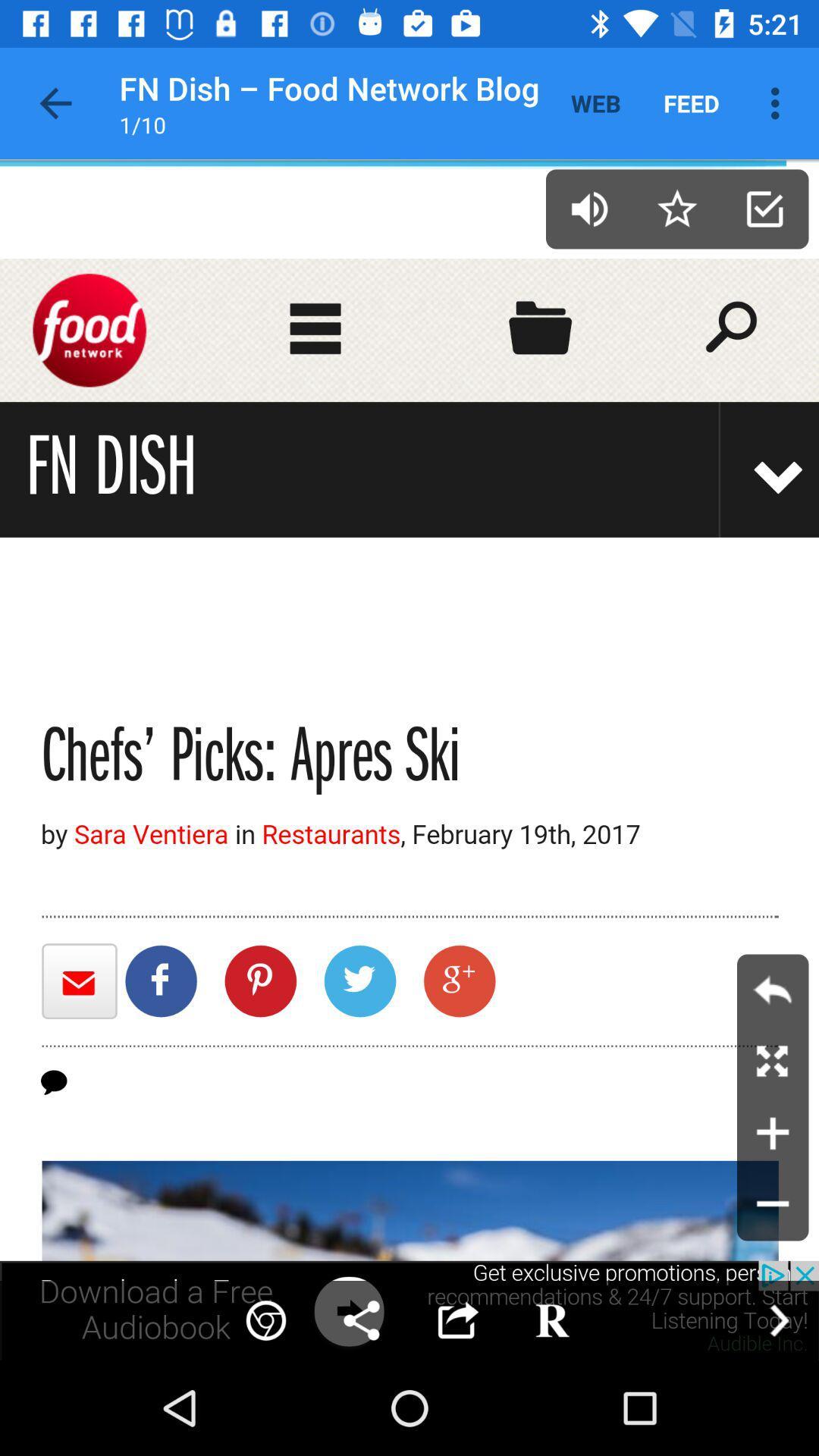 This screenshot has height=1456, width=819. I want to click on the check icon, so click(764, 208).